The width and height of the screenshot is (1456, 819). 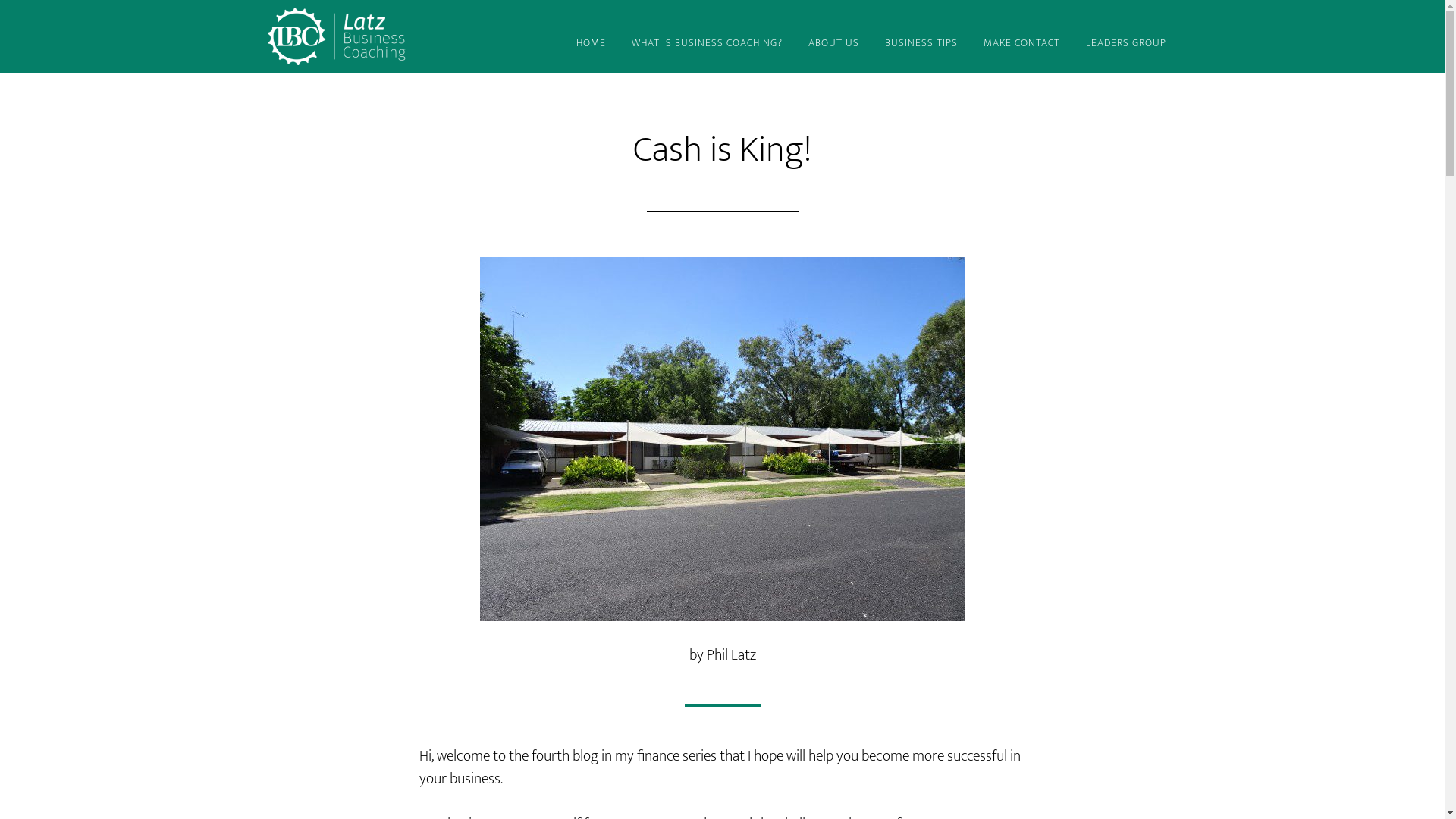 I want to click on 'HOME', so click(x=563, y=42).